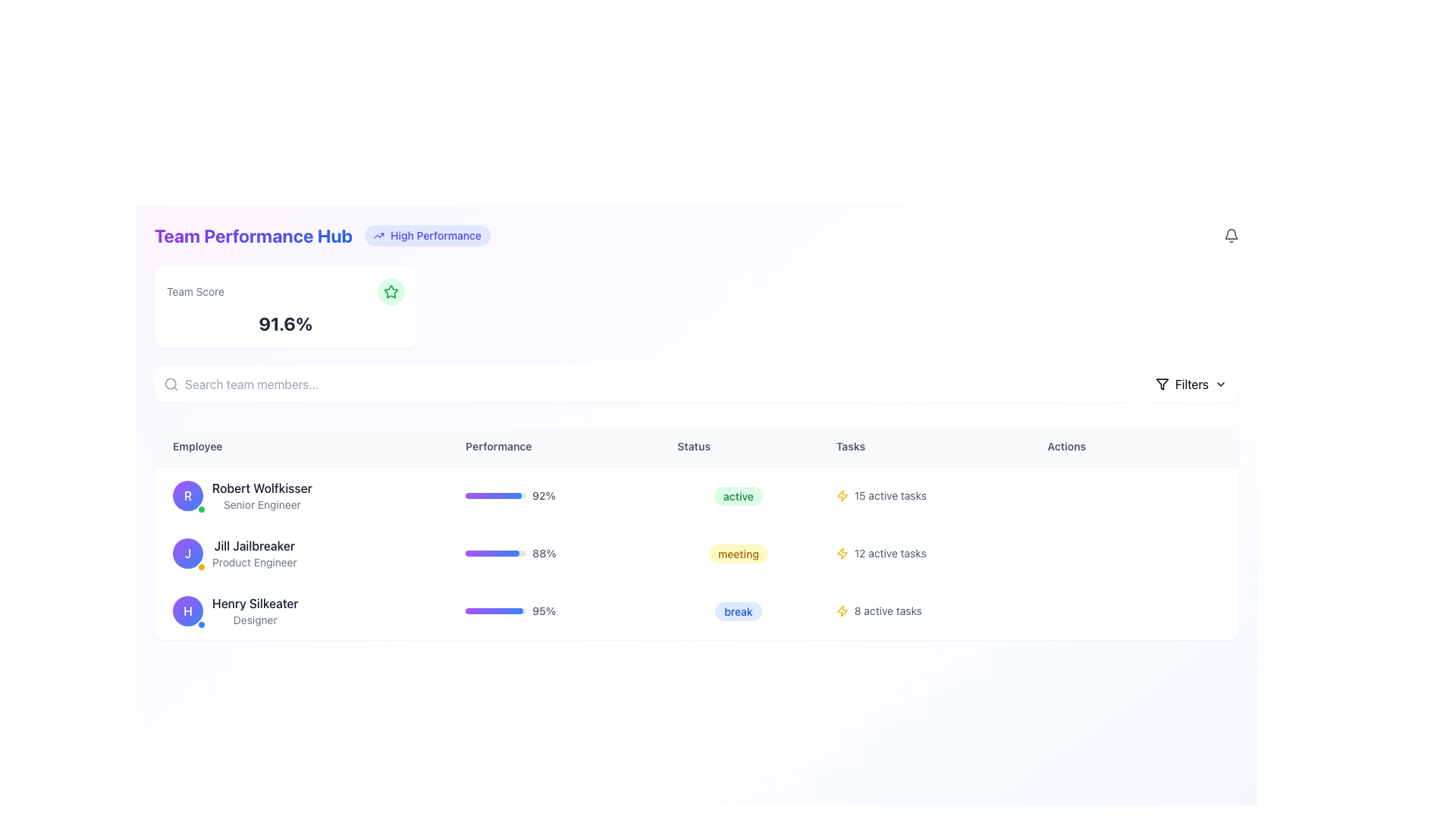  Describe the element at coordinates (200, 567) in the screenshot. I see `properties of the status badge located at the bottom-right edge of the circular profile icon for Jill Jailbreaker, the second employee listed` at that location.